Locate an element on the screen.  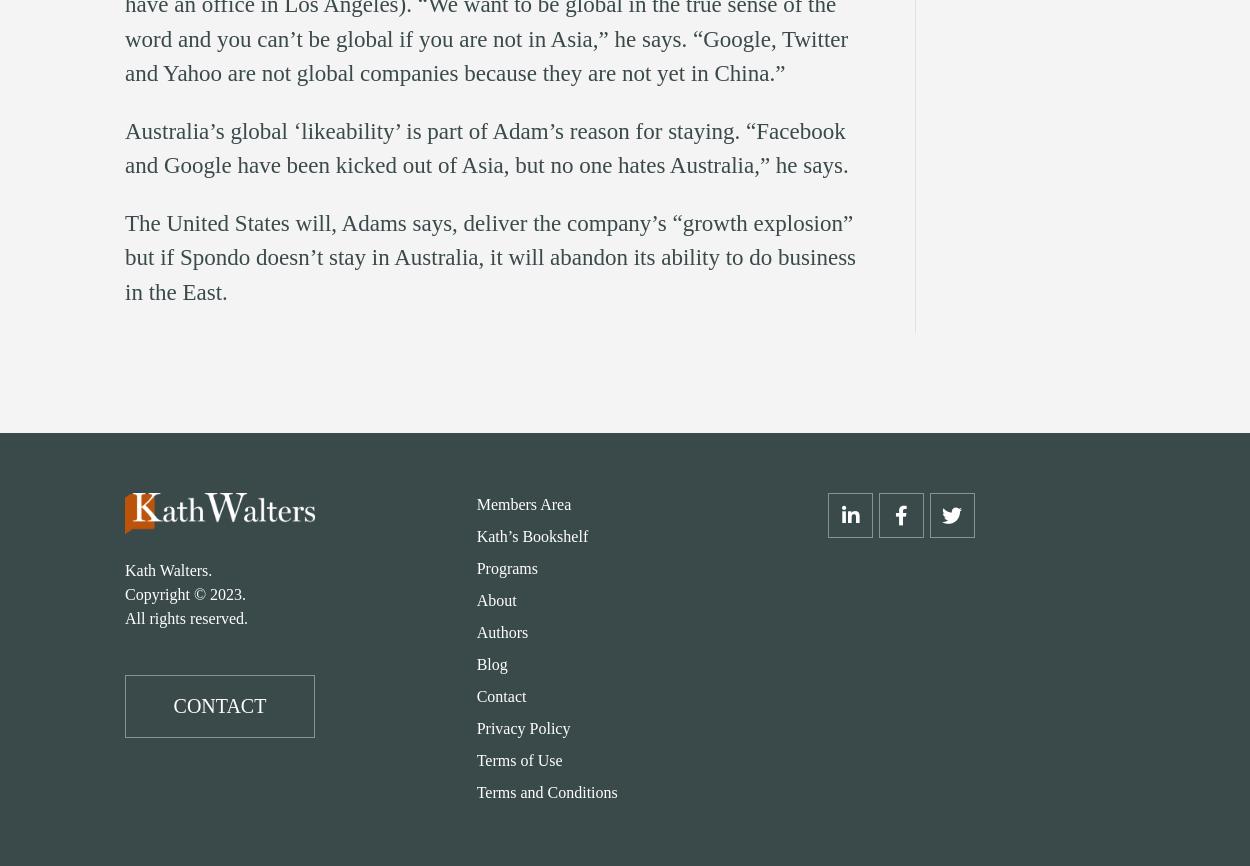
'CONTACT' is located at coordinates (218, 704).